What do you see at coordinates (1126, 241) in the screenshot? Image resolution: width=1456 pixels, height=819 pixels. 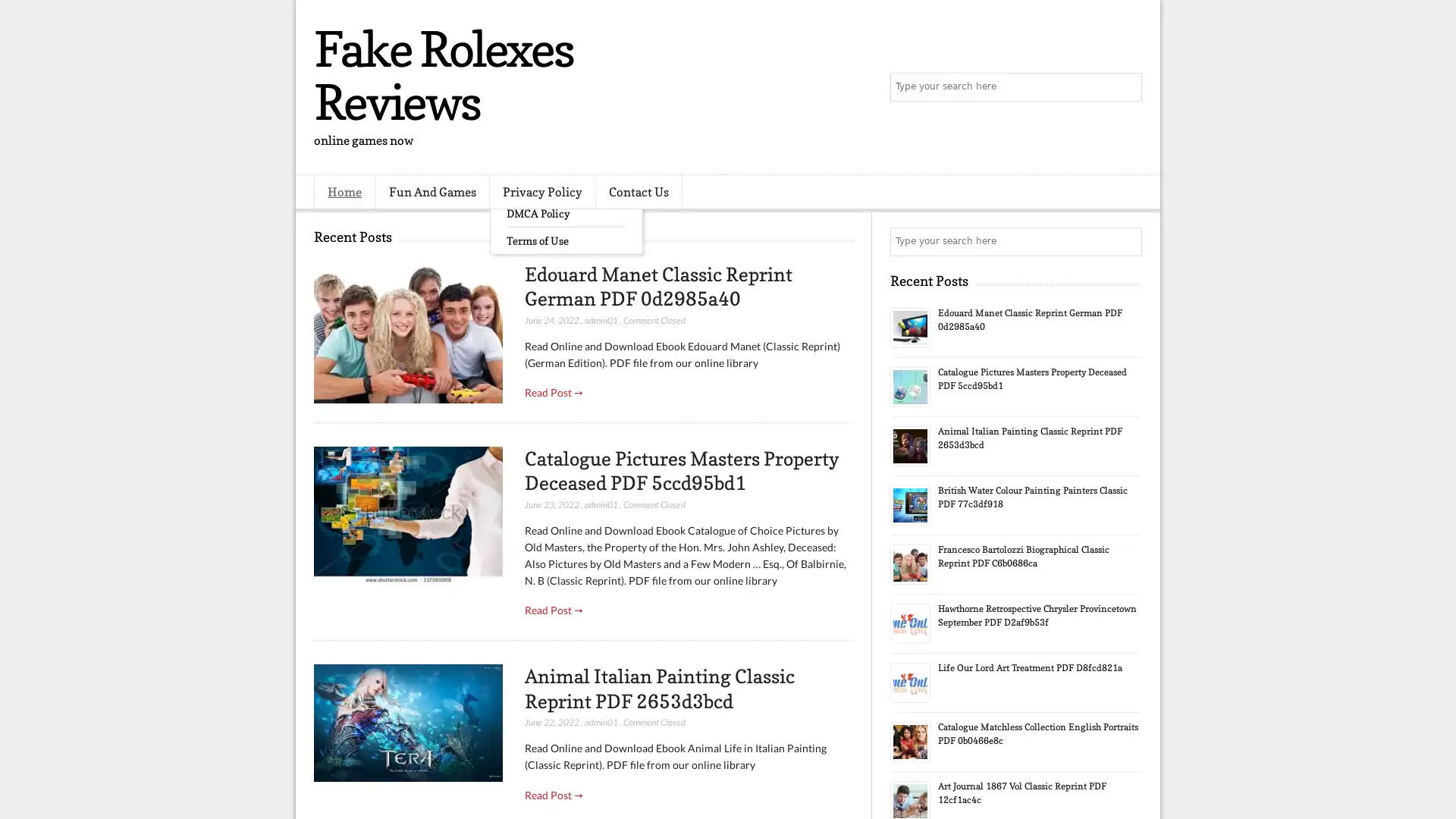 I see `Search` at bounding box center [1126, 241].